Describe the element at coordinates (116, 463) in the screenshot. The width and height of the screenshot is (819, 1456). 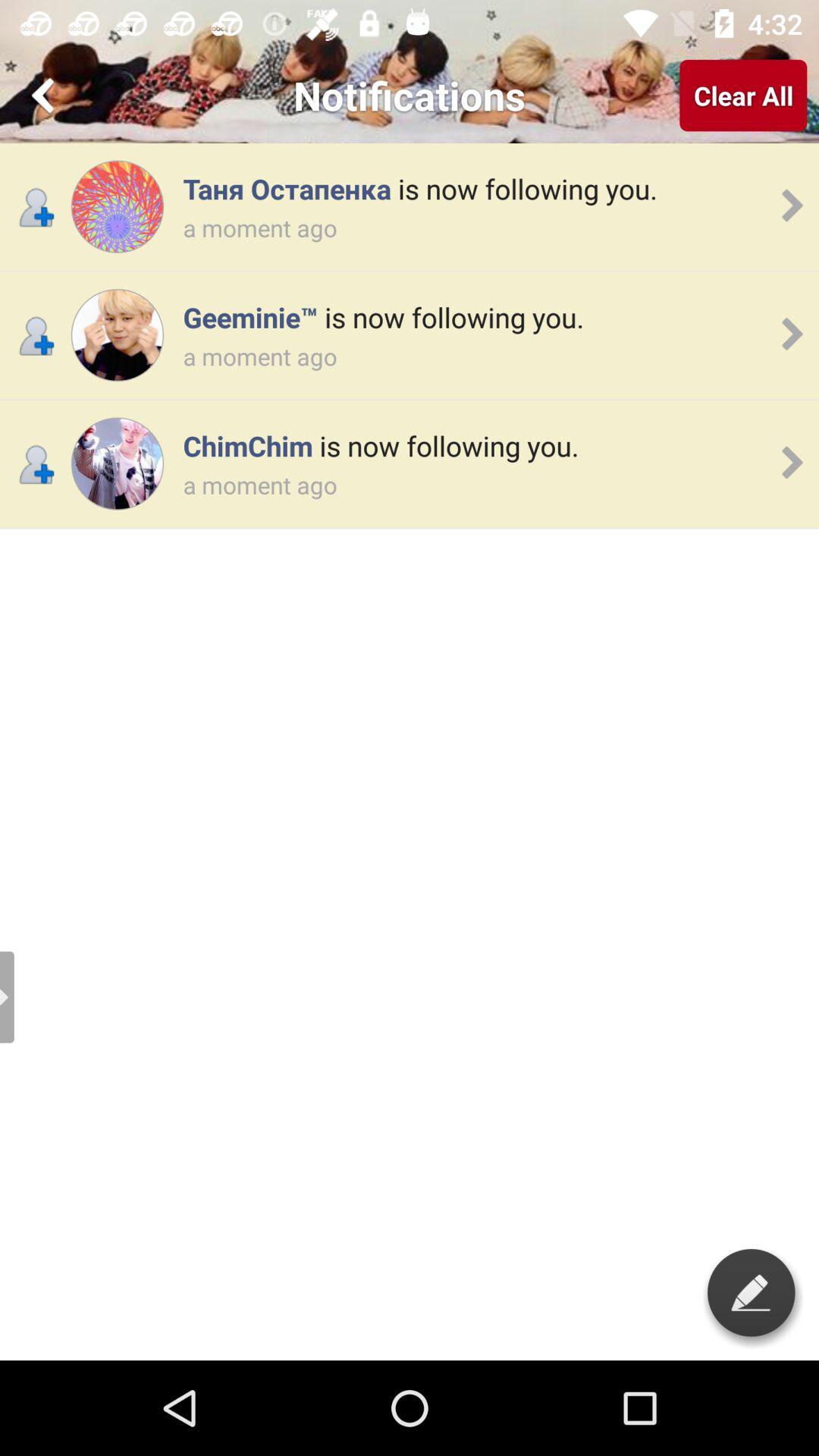
I see `profile of a person` at that location.